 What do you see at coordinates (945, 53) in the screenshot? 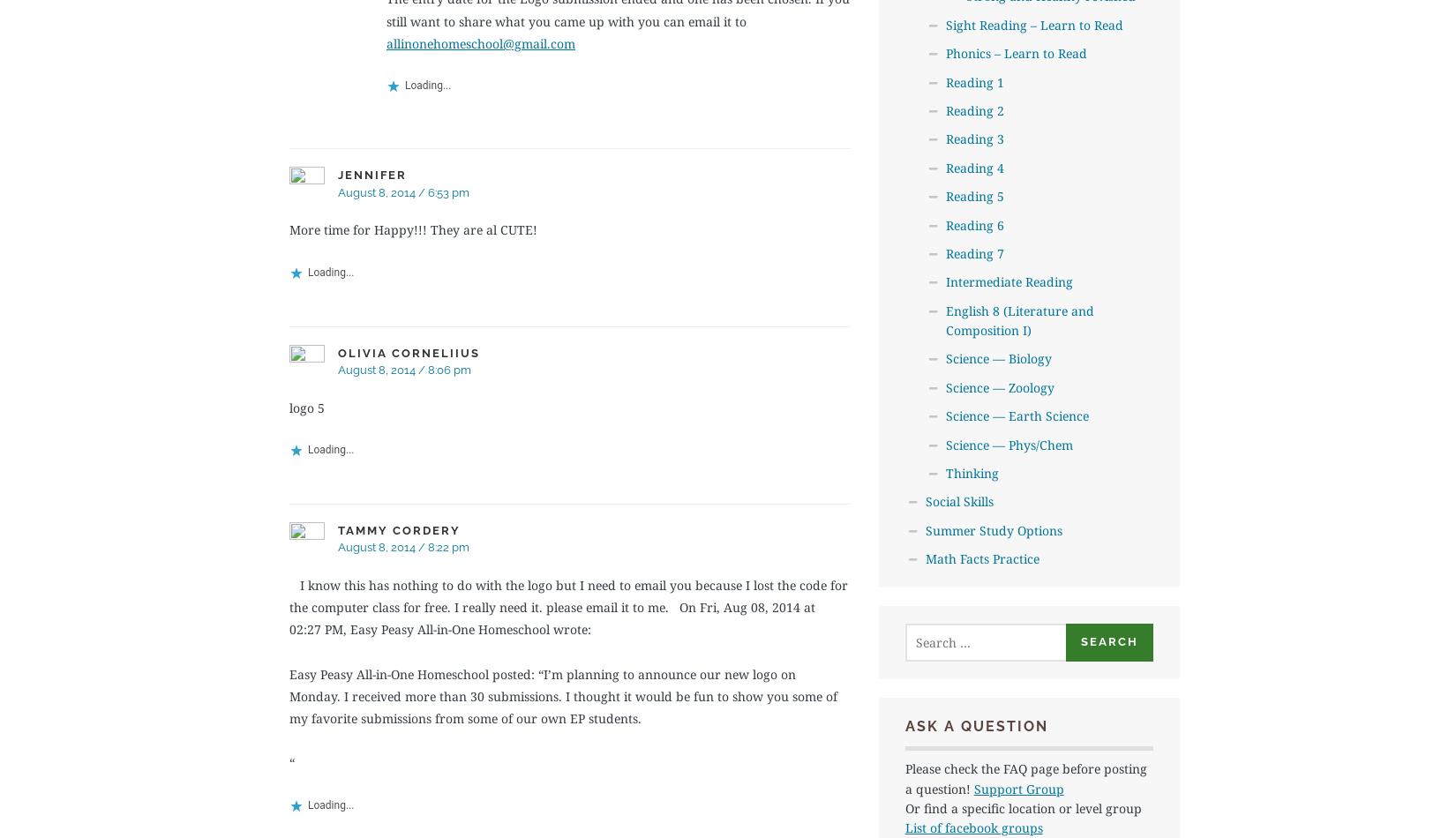
I see `'Phonics – Learn to Read'` at bounding box center [945, 53].